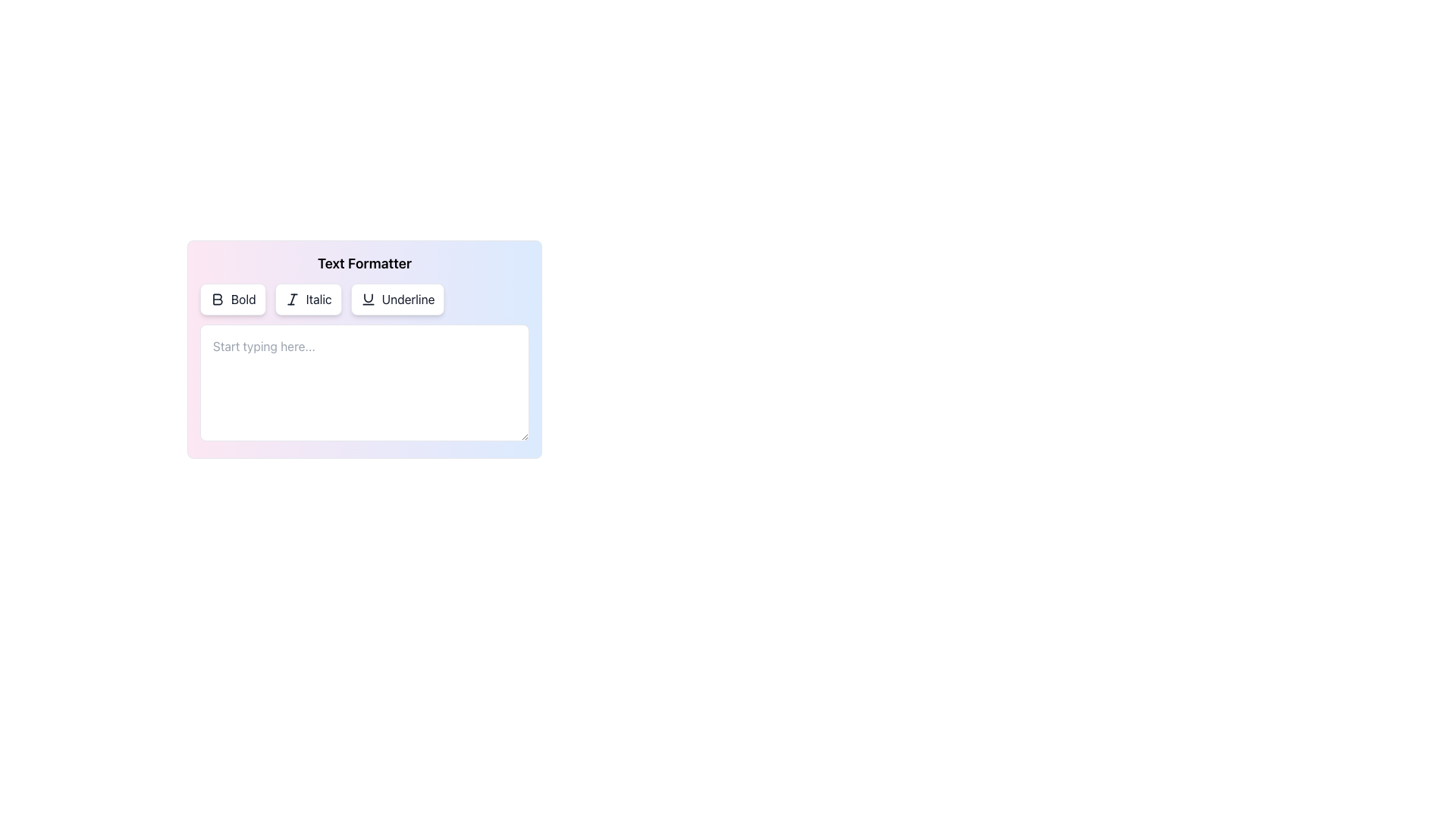  I want to click on the Bold button icon component located in the top-left corner of the text formatting panel to apply bold styling, so click(217, 299).